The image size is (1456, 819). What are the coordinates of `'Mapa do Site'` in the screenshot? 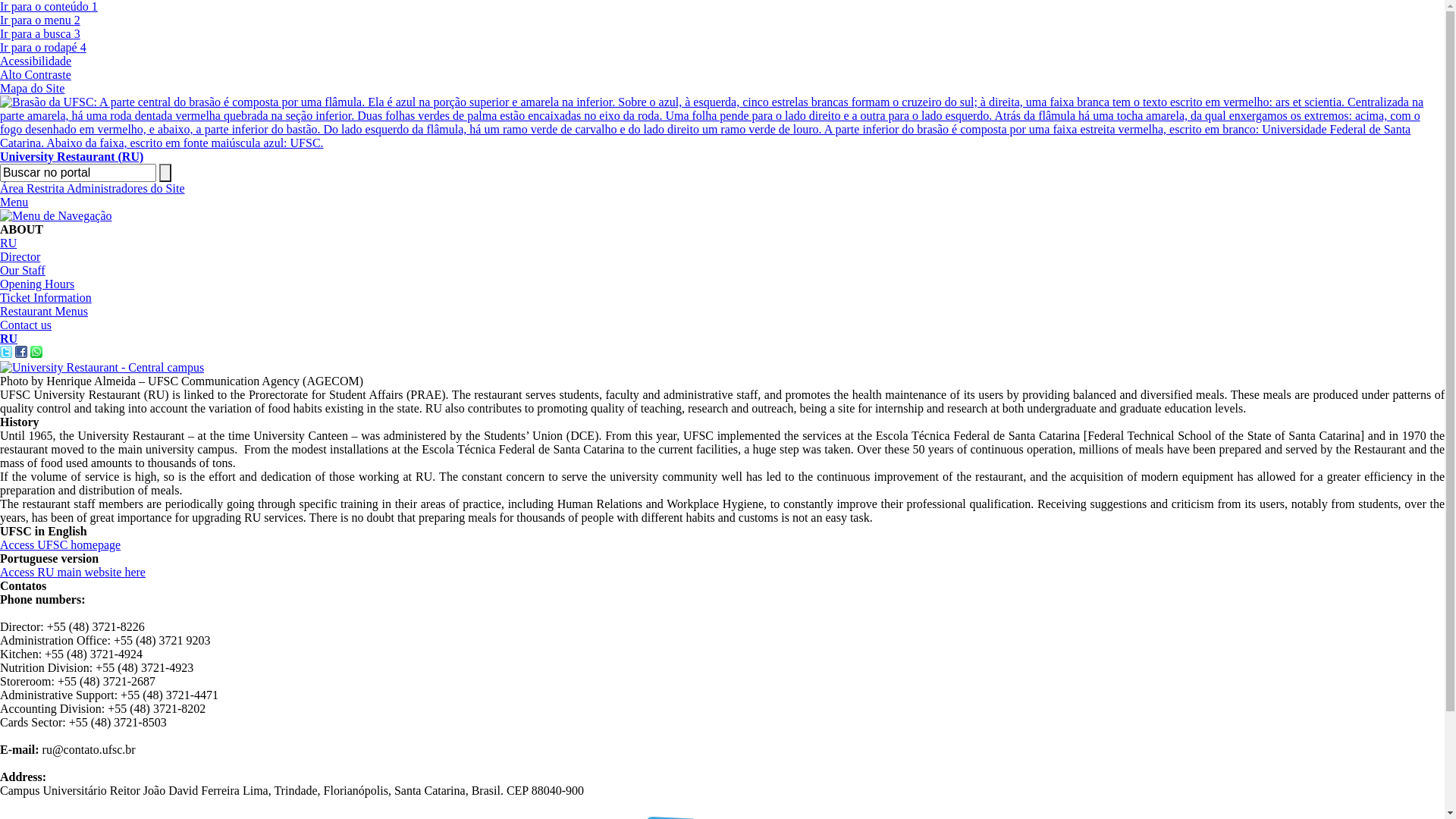 It's located at (32, 88).